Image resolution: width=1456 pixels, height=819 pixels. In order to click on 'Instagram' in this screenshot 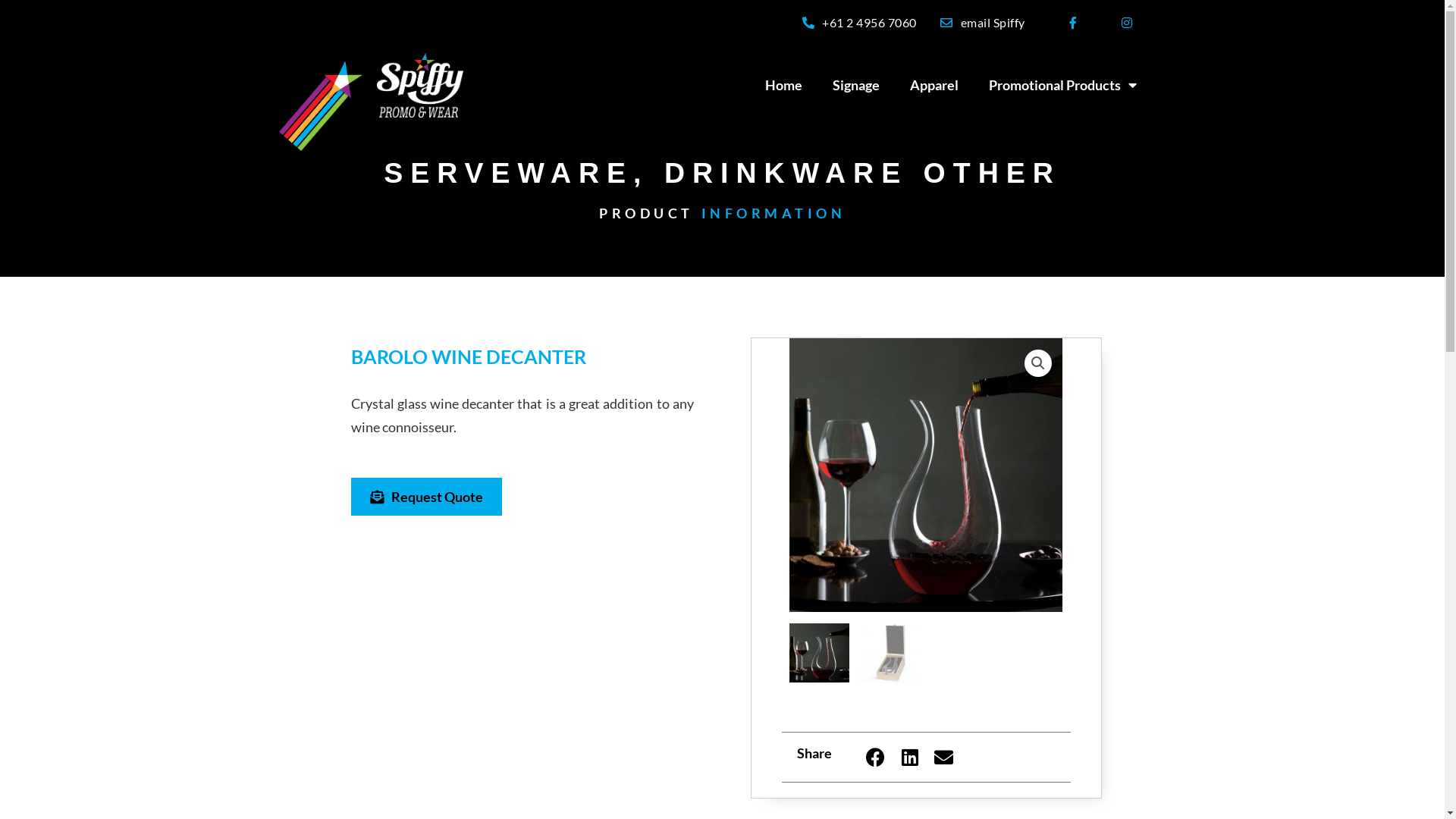, I will do `click(1127, 22)`.